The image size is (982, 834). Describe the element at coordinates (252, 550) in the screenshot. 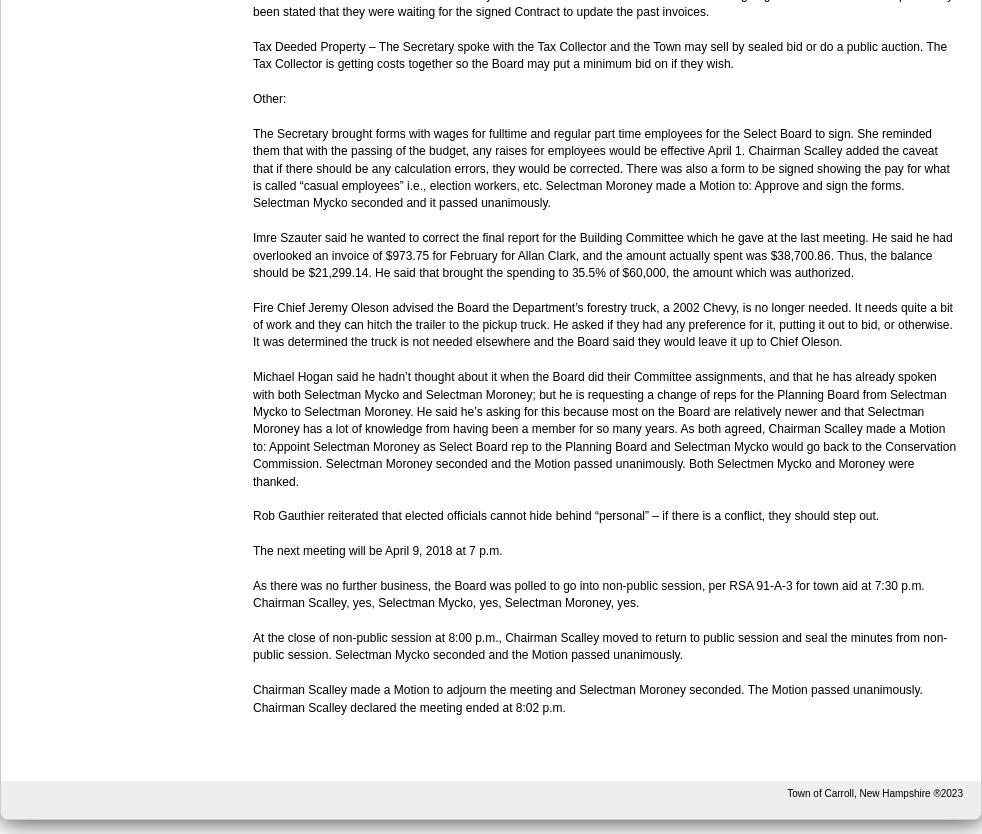

I see `'The next meeting will be April 9, 2018 at 7 p.m.'` at that location.